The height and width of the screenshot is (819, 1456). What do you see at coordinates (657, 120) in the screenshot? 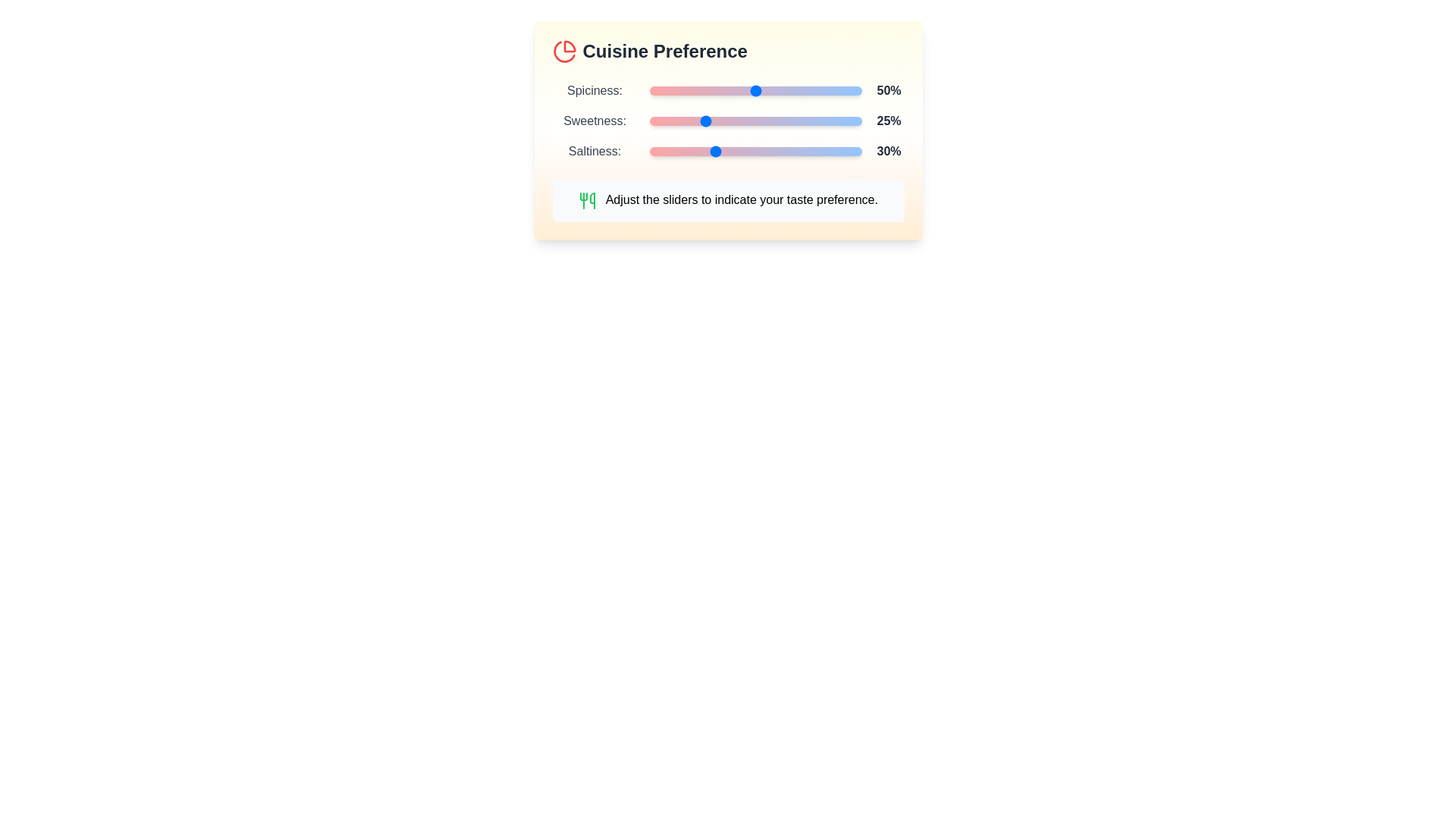
I see `the sweetness slider to 4%` at bounding box center [657, 120].